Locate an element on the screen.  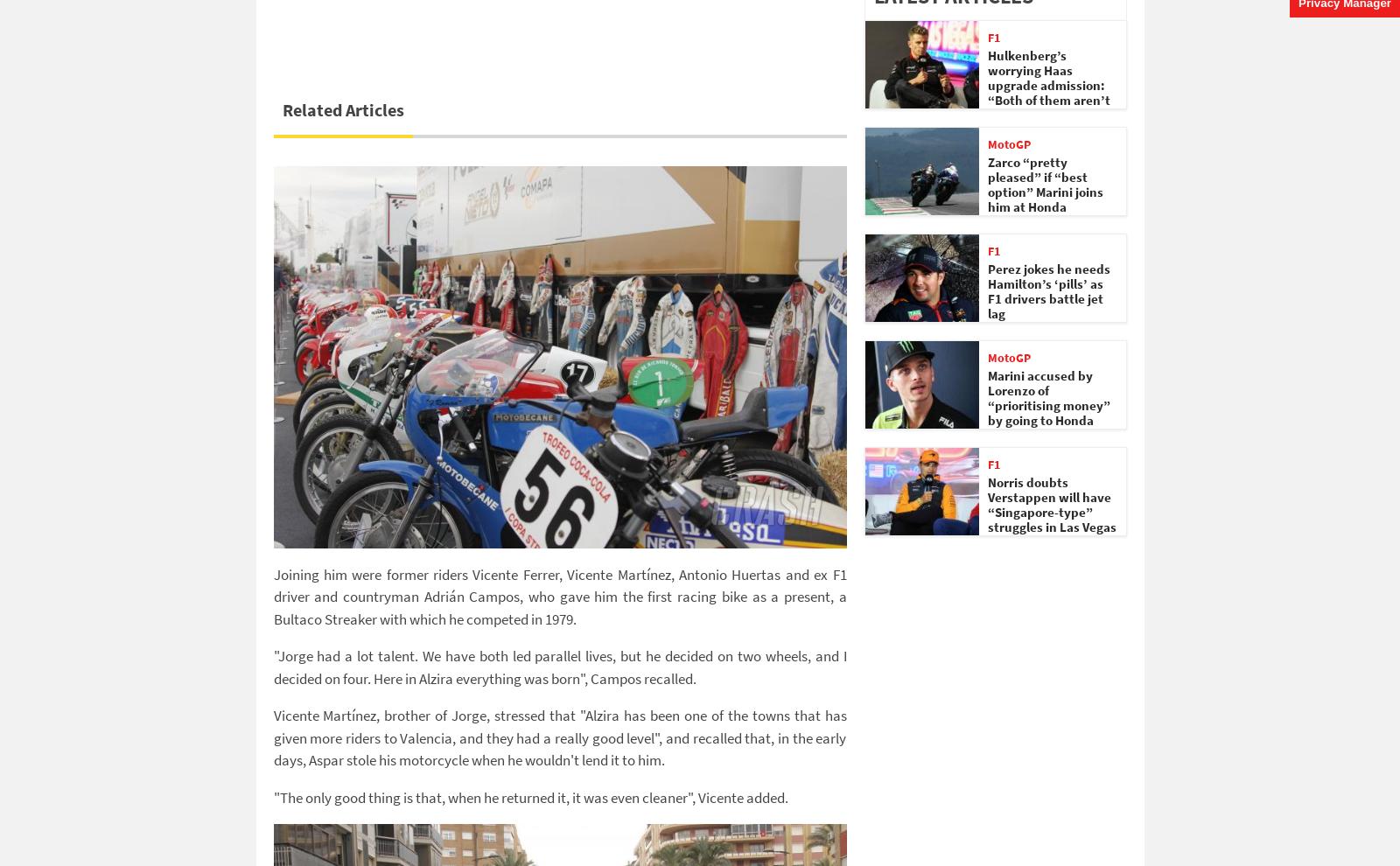
'Norris doubts Verstappen will have “Singapore-type” struggles in Las Vegas' is located at coordinates (1050, 504).